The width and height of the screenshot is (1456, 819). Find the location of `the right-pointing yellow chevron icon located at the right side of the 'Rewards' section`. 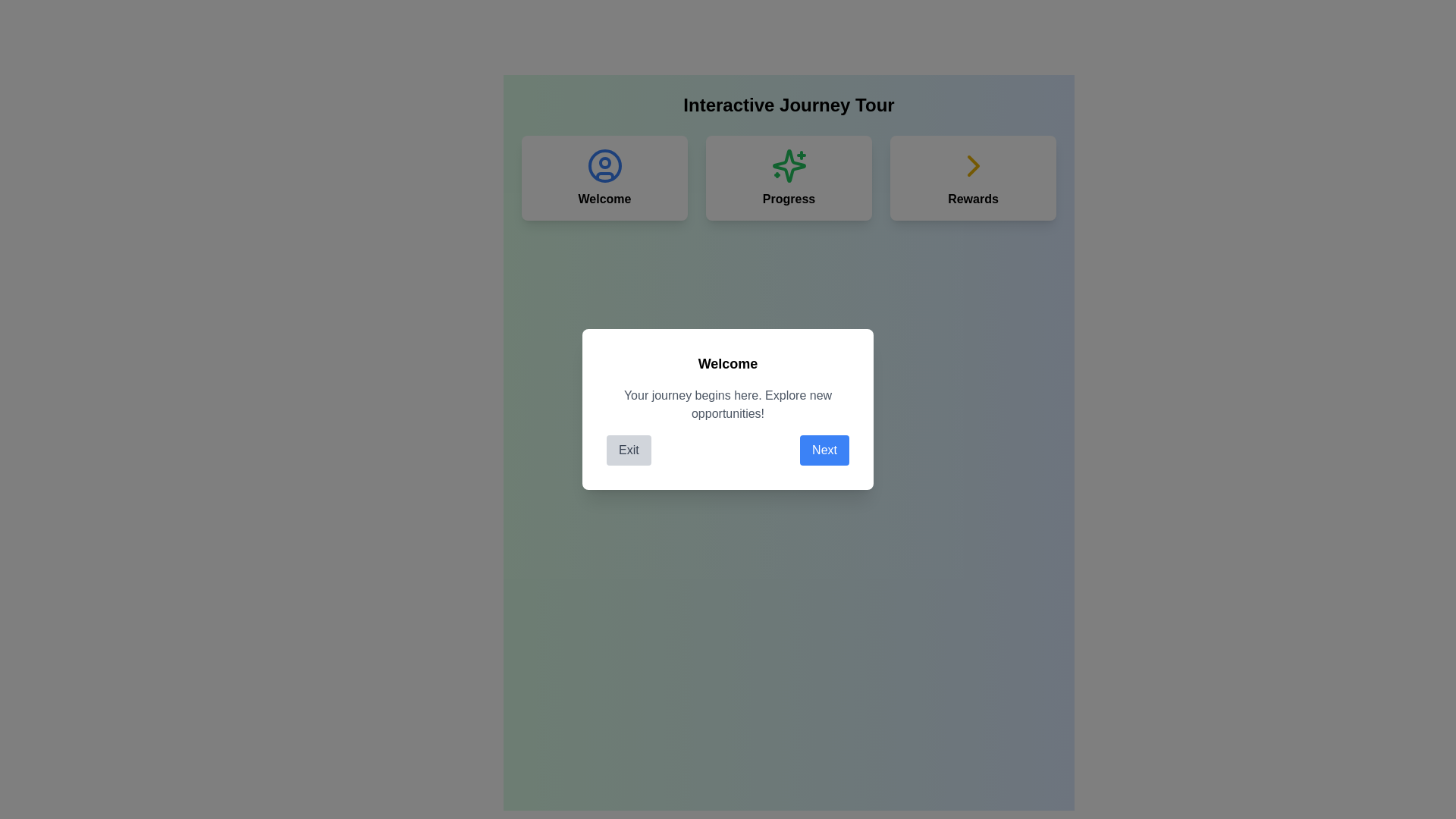

the right-pointing yellow chevron icon located at the right side of the 'Rewards' section is located at coordinates (973, 166).